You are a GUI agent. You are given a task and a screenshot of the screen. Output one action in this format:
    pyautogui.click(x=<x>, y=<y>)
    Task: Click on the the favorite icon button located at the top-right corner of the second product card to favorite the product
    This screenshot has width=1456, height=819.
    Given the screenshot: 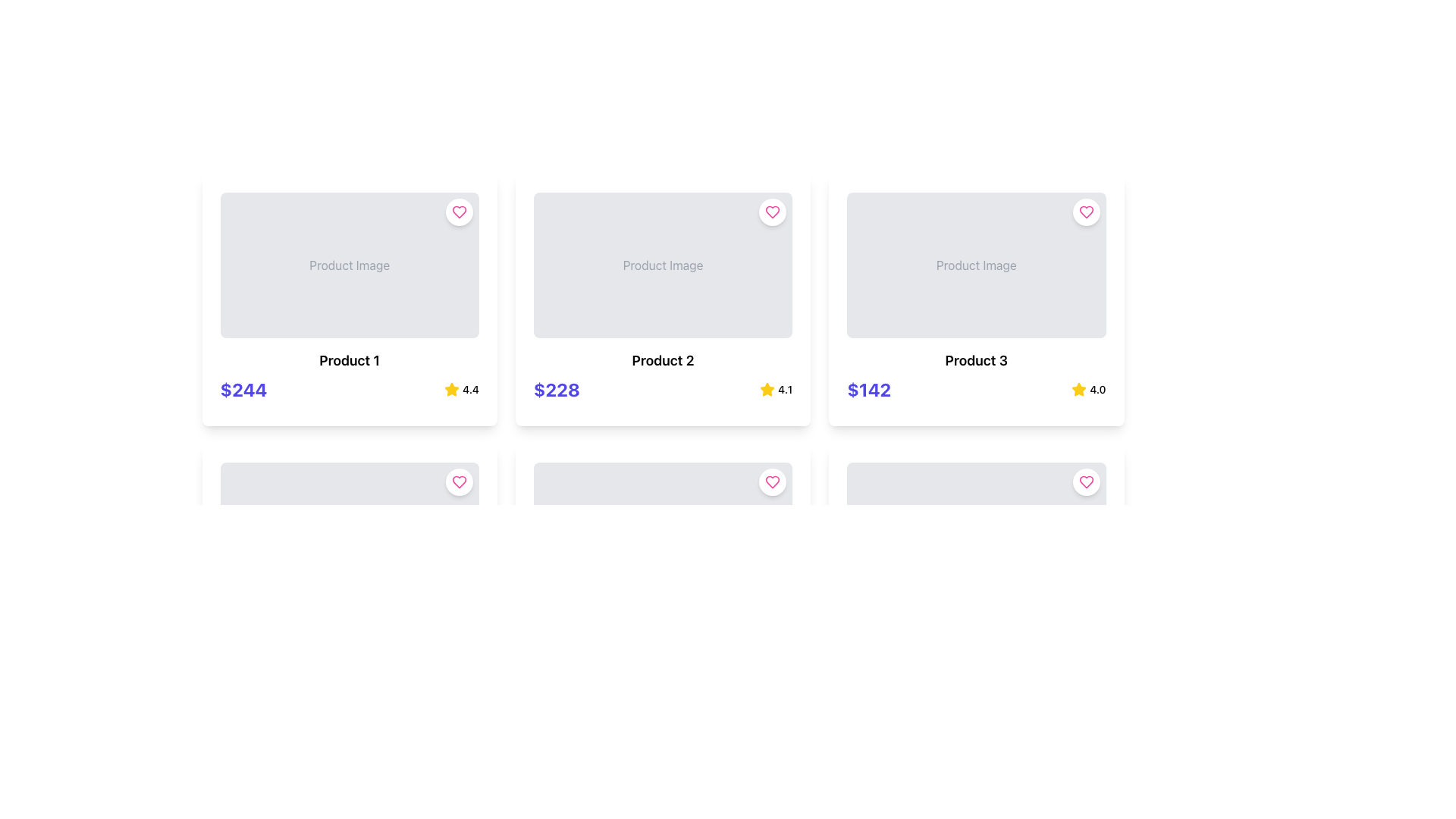 What is the action you would take?
    pyautogui.click(x=773, y=212)
    